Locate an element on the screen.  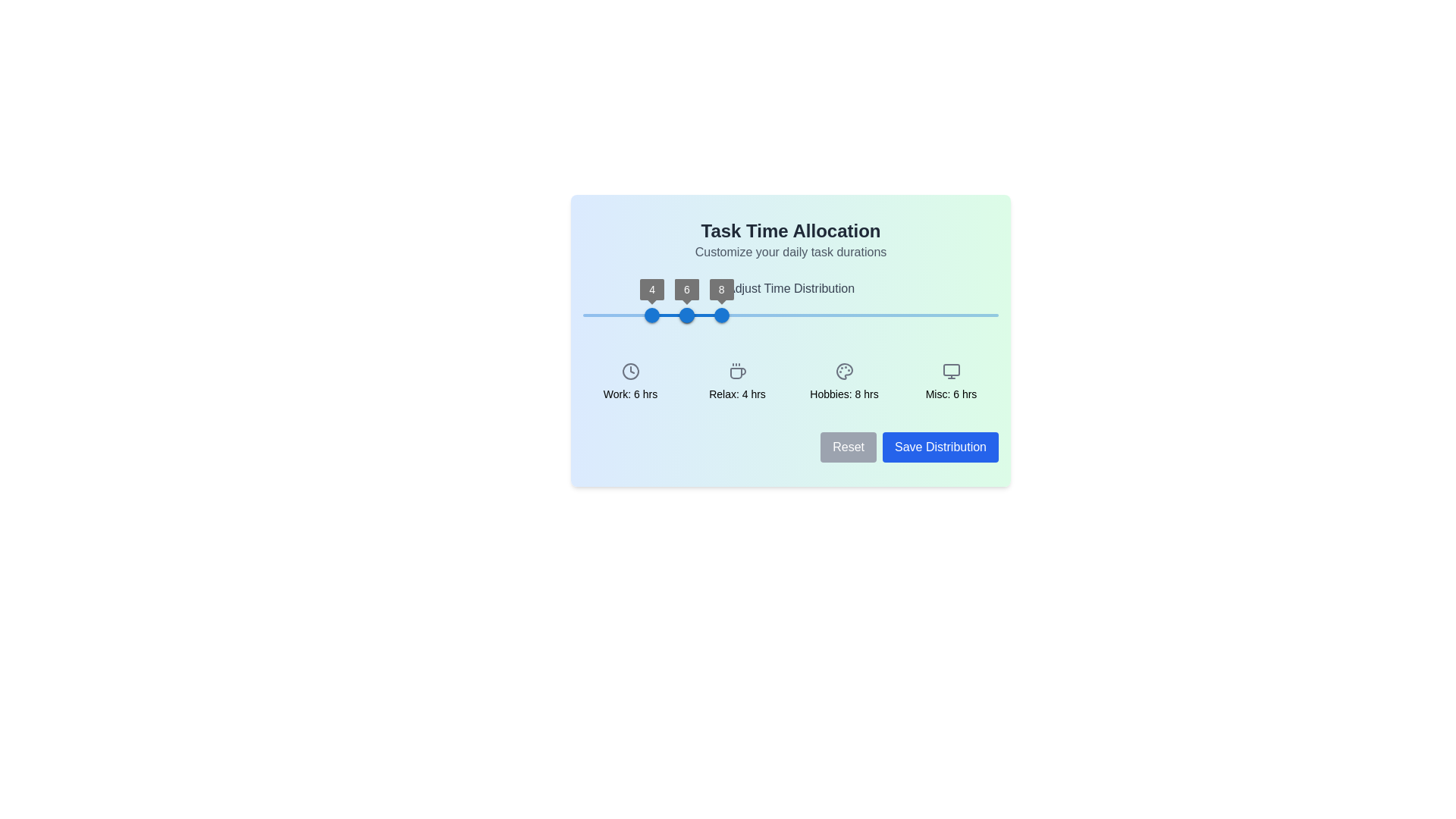
the slider is located at coordinates (710, 315).